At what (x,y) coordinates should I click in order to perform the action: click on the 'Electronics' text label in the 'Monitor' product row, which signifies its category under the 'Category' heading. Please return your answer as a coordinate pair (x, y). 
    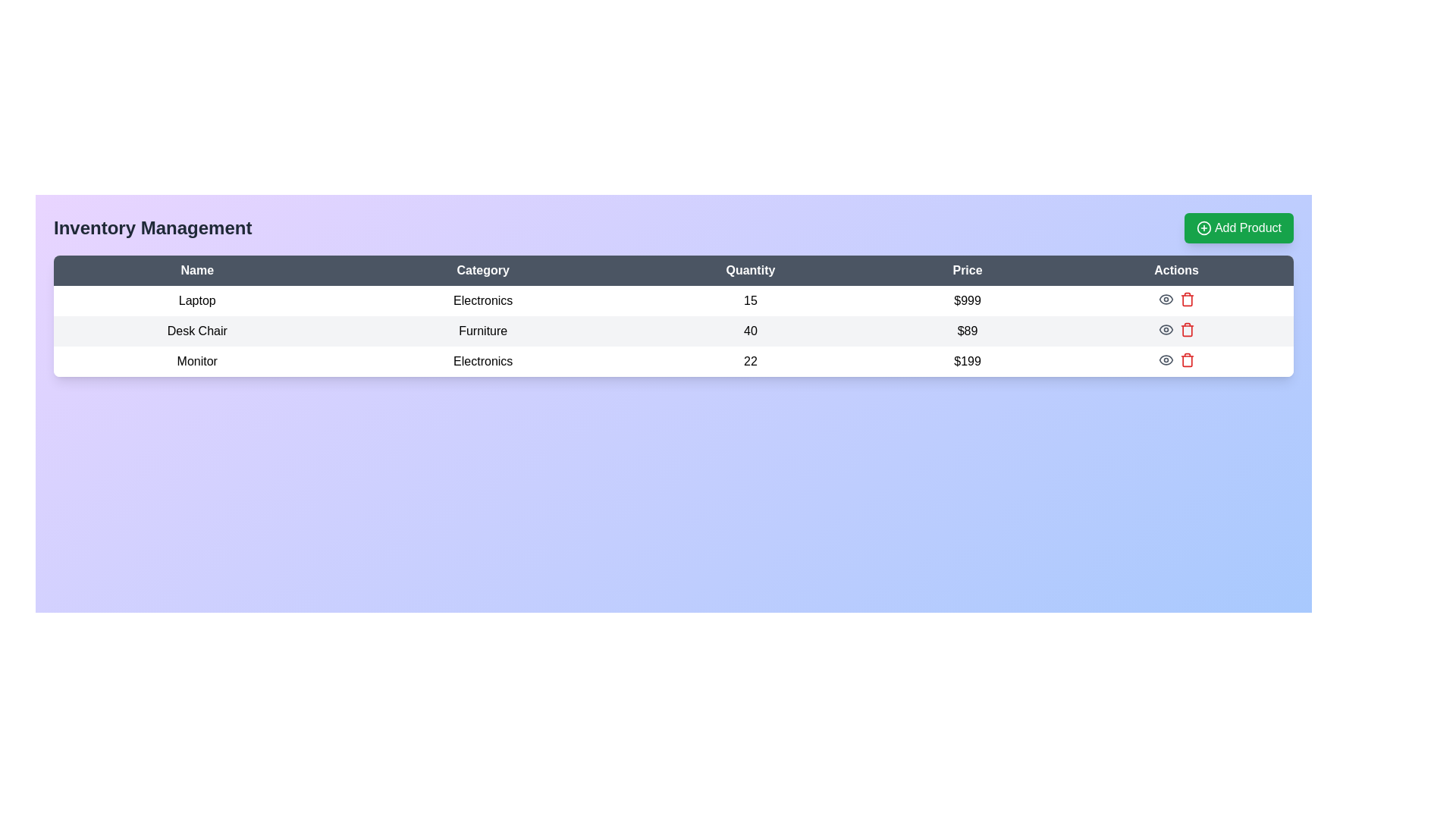
    Looking at the image, I should click on (482, 362).